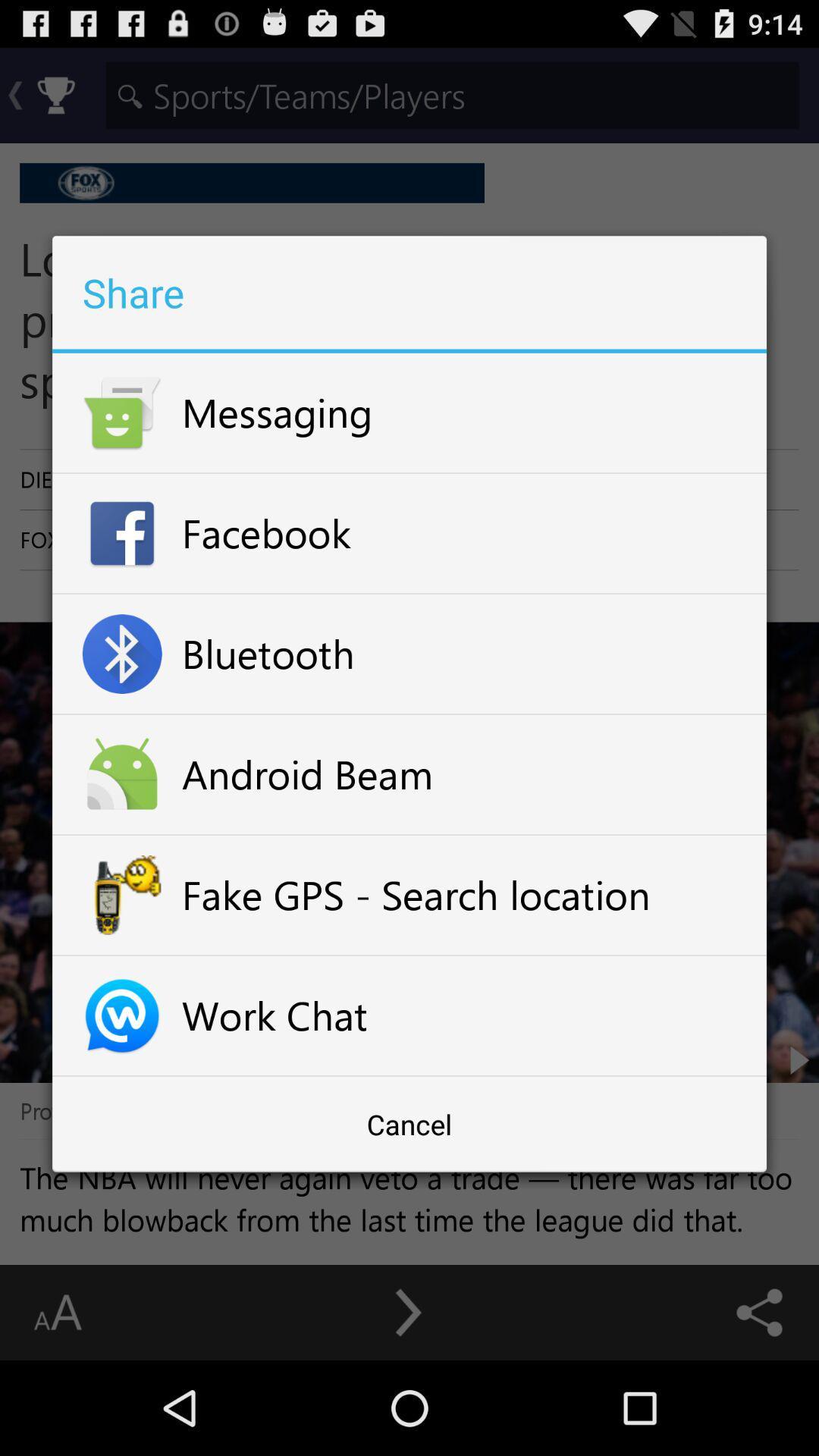 This screenshot has width=819, height=1456. Describe the element at coordinates (409, 1124) in the screenshot. I see `cancel button` at that location.